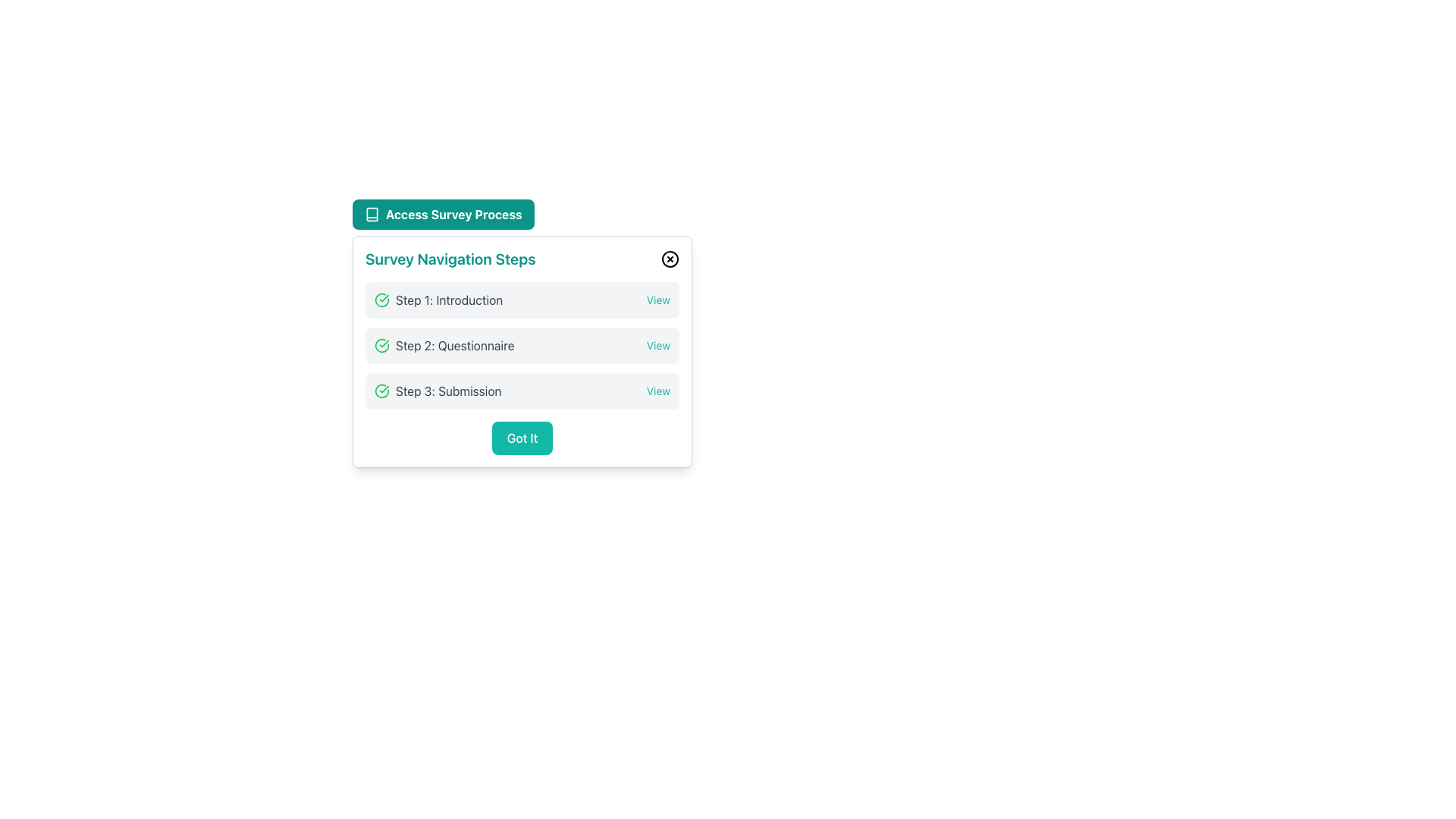  I want to click on the second step in the navigational survey flow, which provides a clickable link for more details, so click(522, 345).